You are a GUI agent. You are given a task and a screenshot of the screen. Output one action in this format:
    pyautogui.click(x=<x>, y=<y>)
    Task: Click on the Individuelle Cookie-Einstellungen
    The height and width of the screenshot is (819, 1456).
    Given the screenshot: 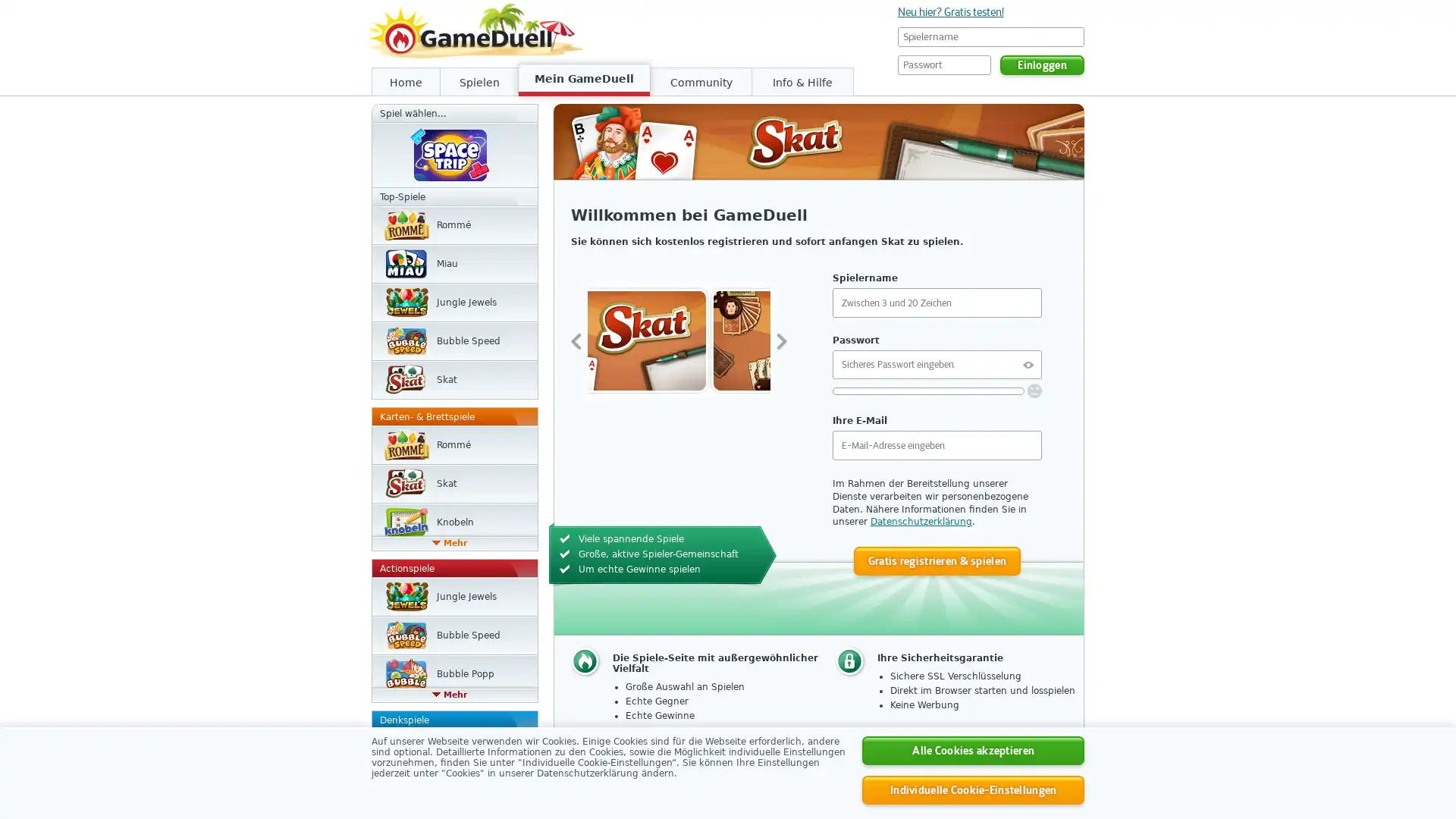 What is the action you would take?
    pyautogui.click(x=973, y=789)
    